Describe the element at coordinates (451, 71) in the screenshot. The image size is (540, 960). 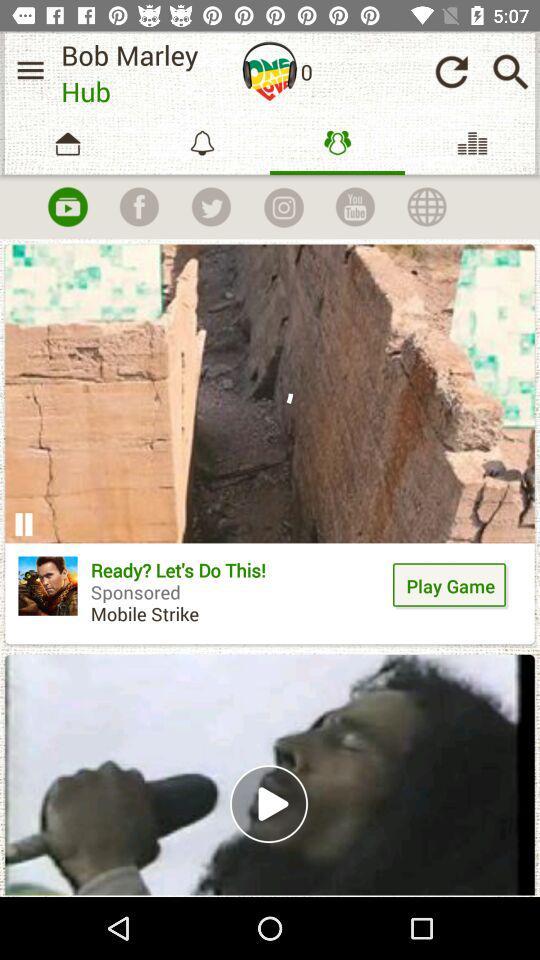
I see `the refresh icon` at that location.